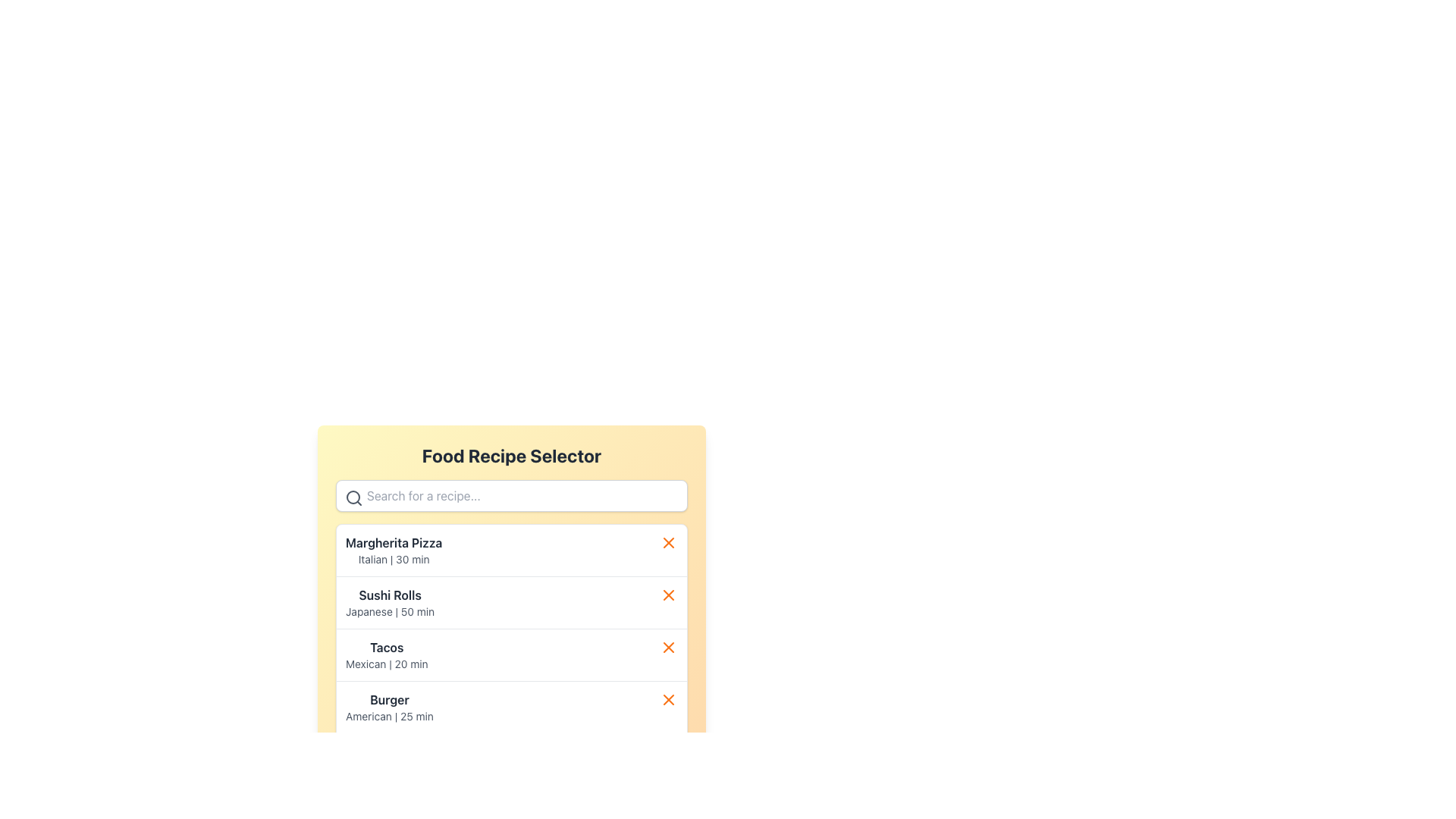  Describe the element at coordinates (387, 654) in the screenshot. I see `the text label for 'Tacos' in the Food Recipe Selector` at that location.